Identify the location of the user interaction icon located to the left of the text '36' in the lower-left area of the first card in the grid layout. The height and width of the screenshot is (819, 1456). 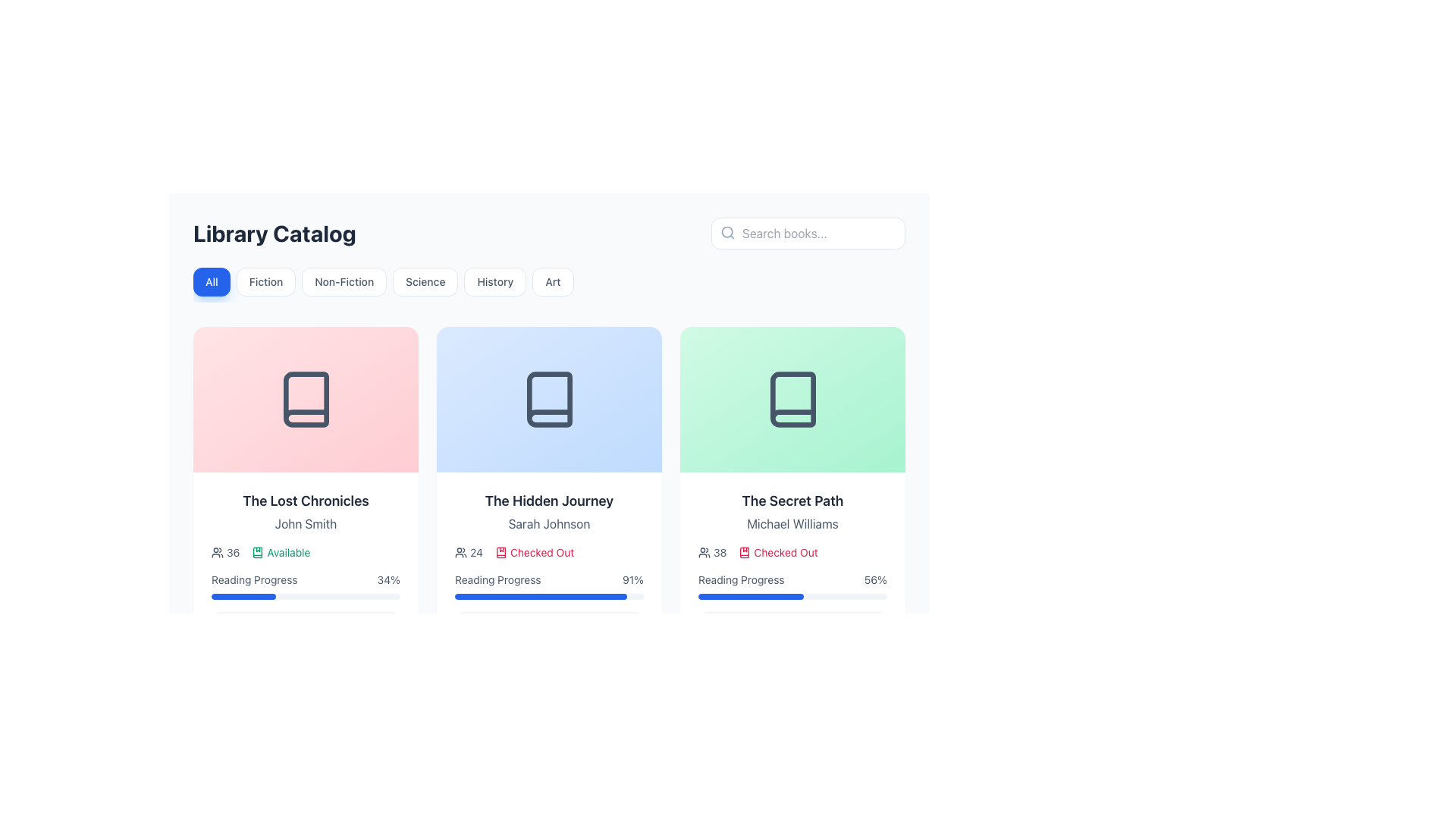
(217, 553).